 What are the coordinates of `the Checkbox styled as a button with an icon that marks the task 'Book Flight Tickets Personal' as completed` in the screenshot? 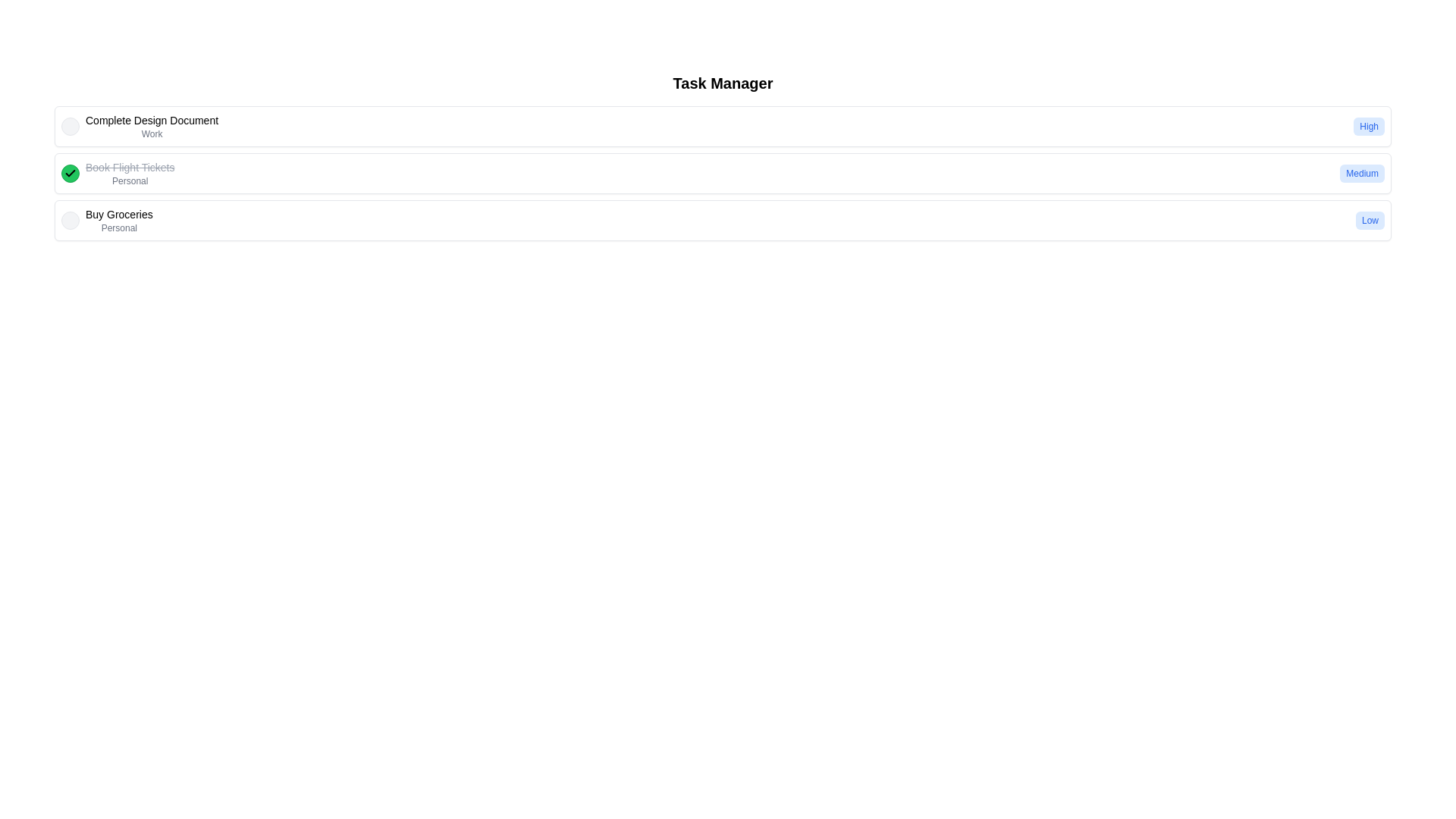 It's located at (69, 172).